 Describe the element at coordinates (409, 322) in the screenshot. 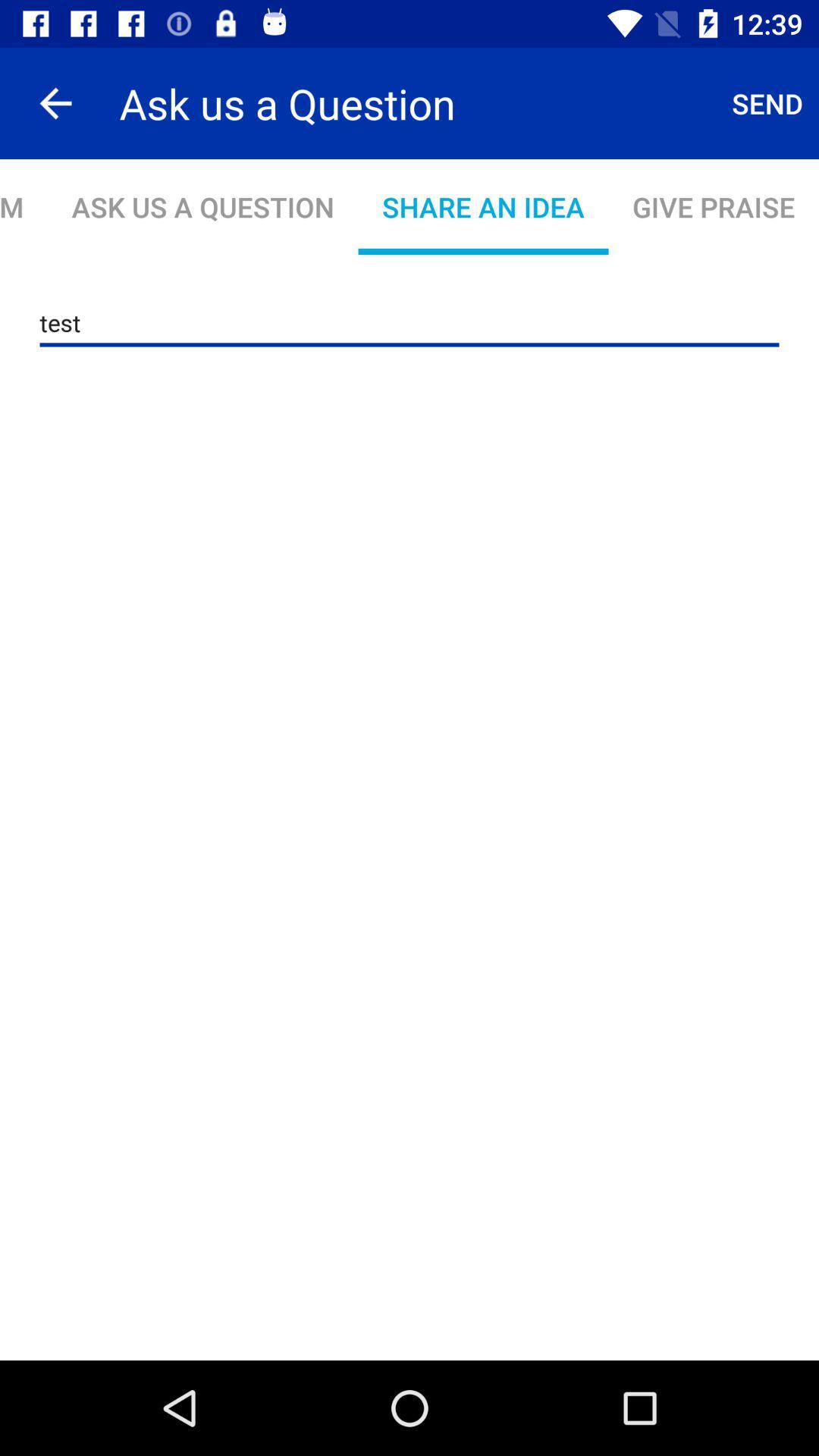

I see `the test item` at that location.